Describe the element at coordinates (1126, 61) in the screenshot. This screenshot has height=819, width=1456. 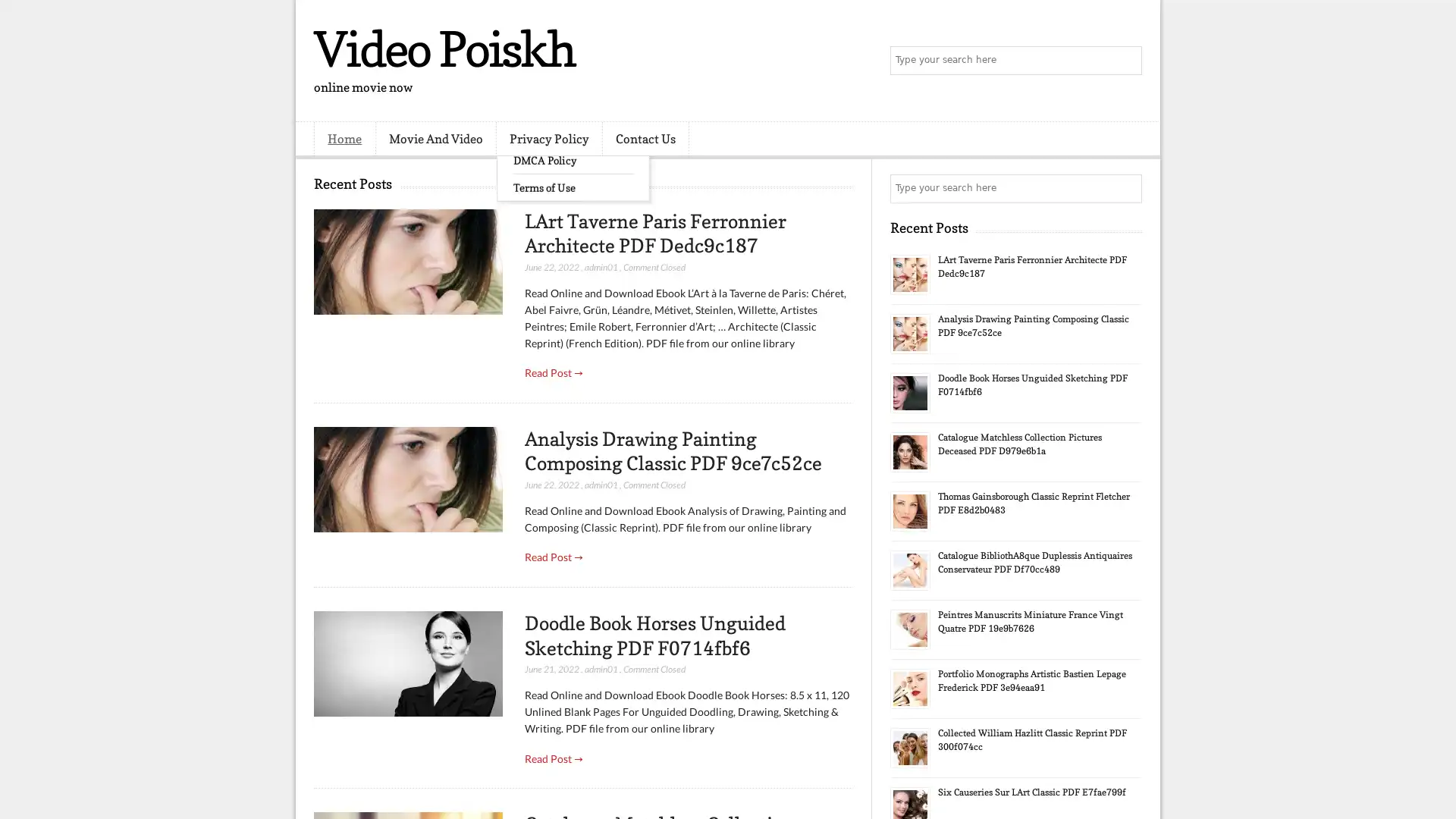
I see `Search` at that location.